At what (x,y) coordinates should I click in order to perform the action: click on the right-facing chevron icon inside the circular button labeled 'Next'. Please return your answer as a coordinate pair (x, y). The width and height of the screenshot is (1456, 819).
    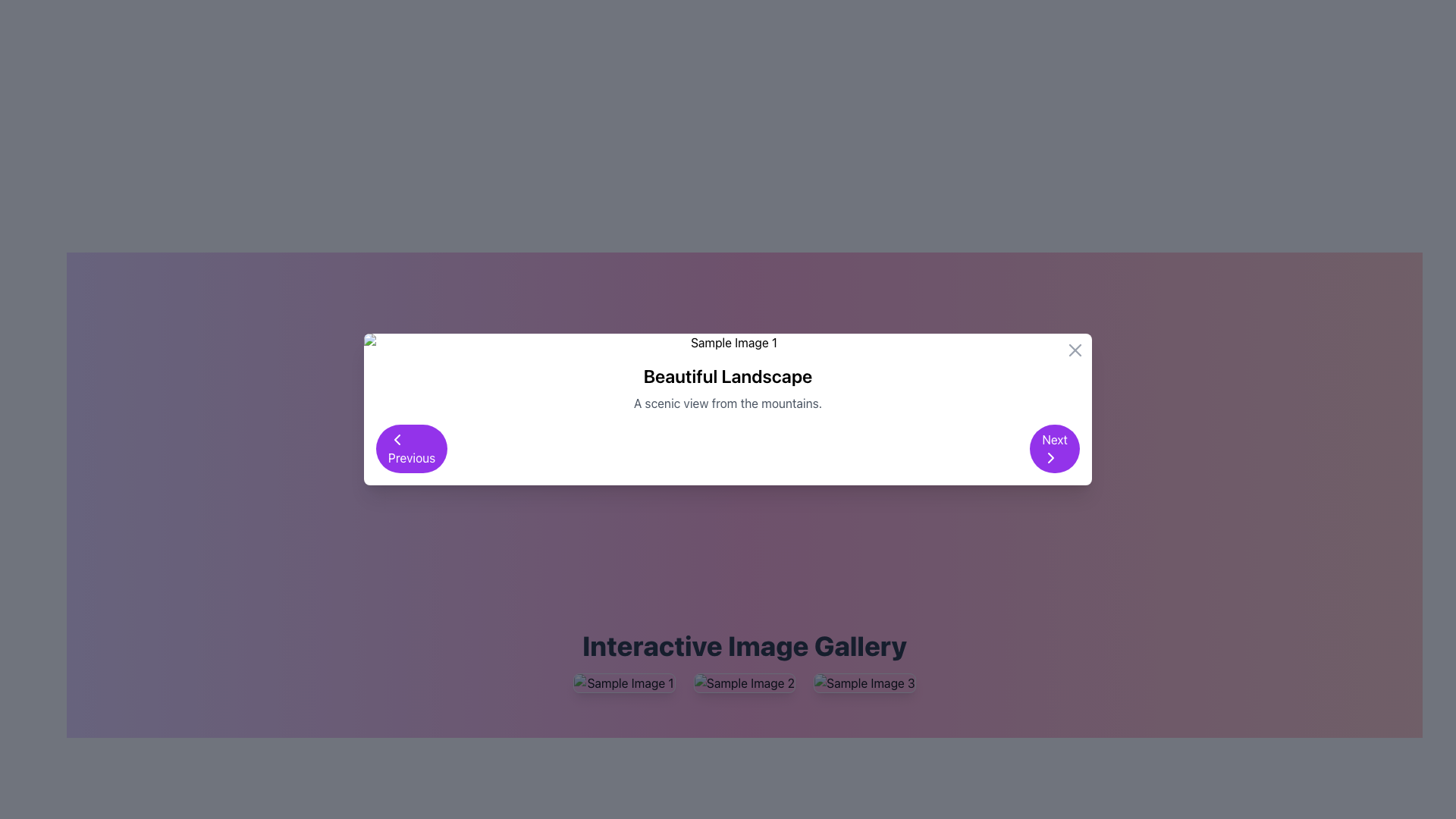
    Looking at the image, I should click on (1050, 457).